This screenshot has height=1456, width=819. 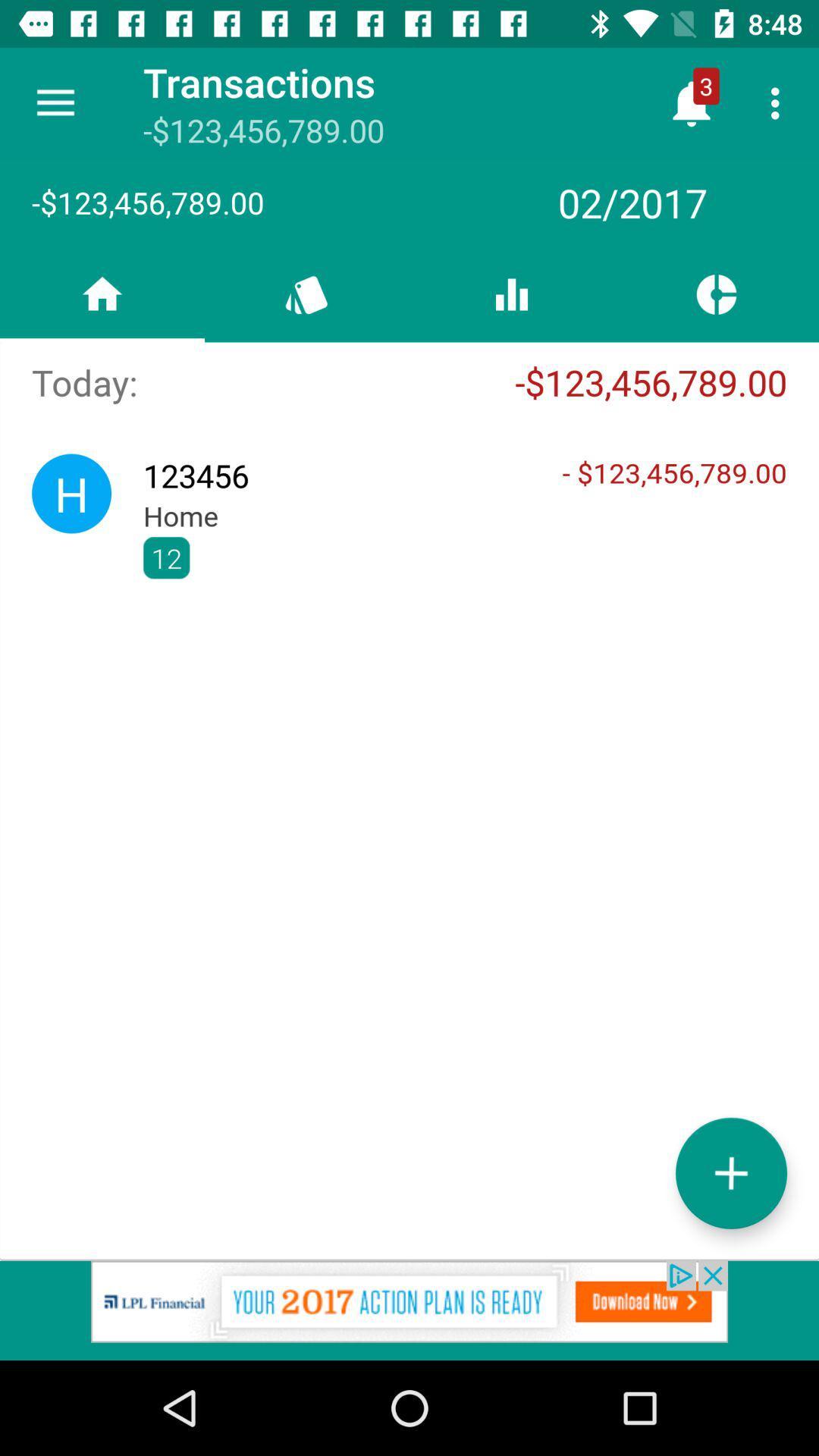 I want to click on the icon at the bottom right corner, so click(x=730, y=1172).